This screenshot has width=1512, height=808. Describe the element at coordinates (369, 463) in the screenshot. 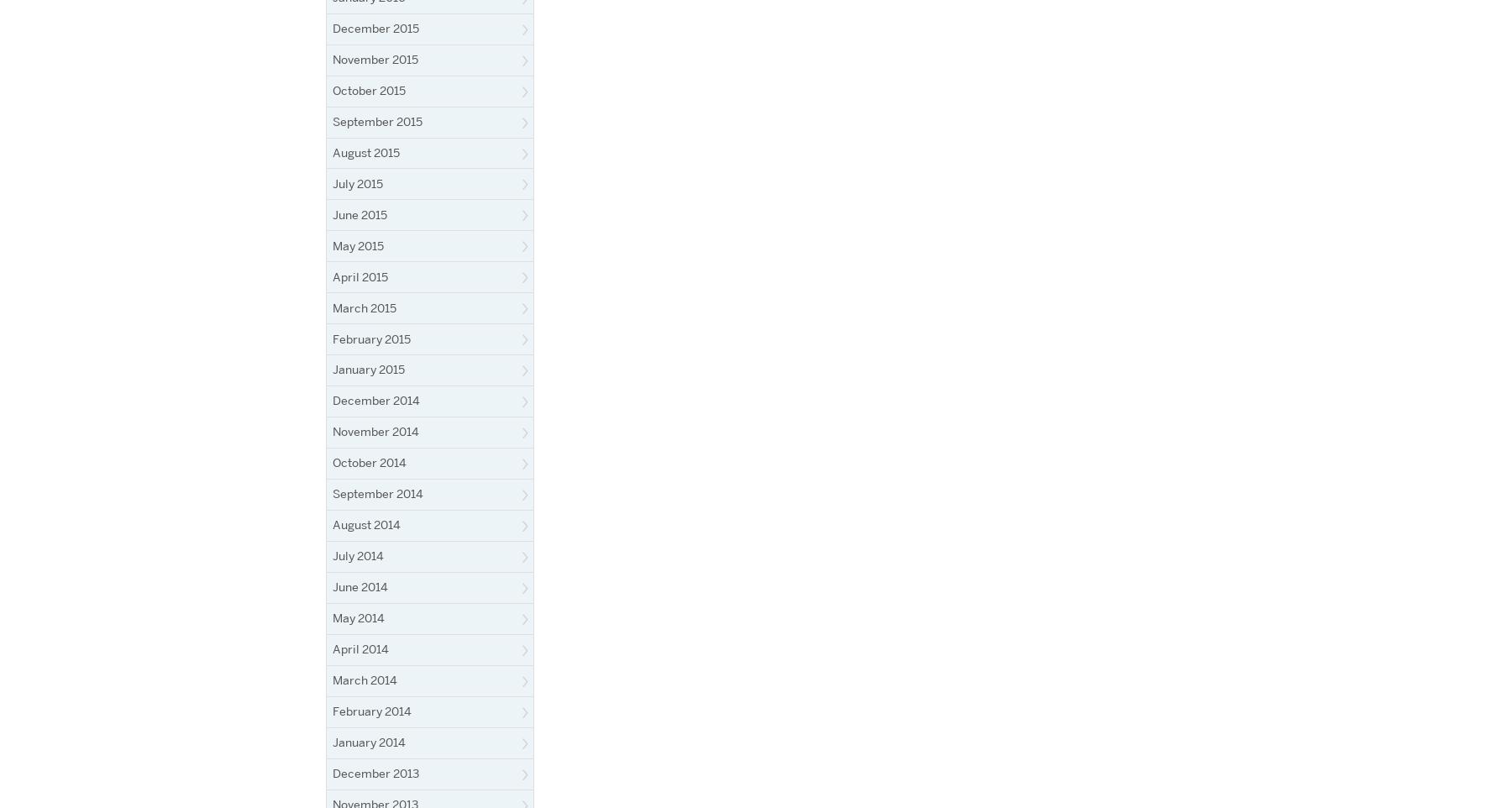

I see `'October 2014'` at that location.